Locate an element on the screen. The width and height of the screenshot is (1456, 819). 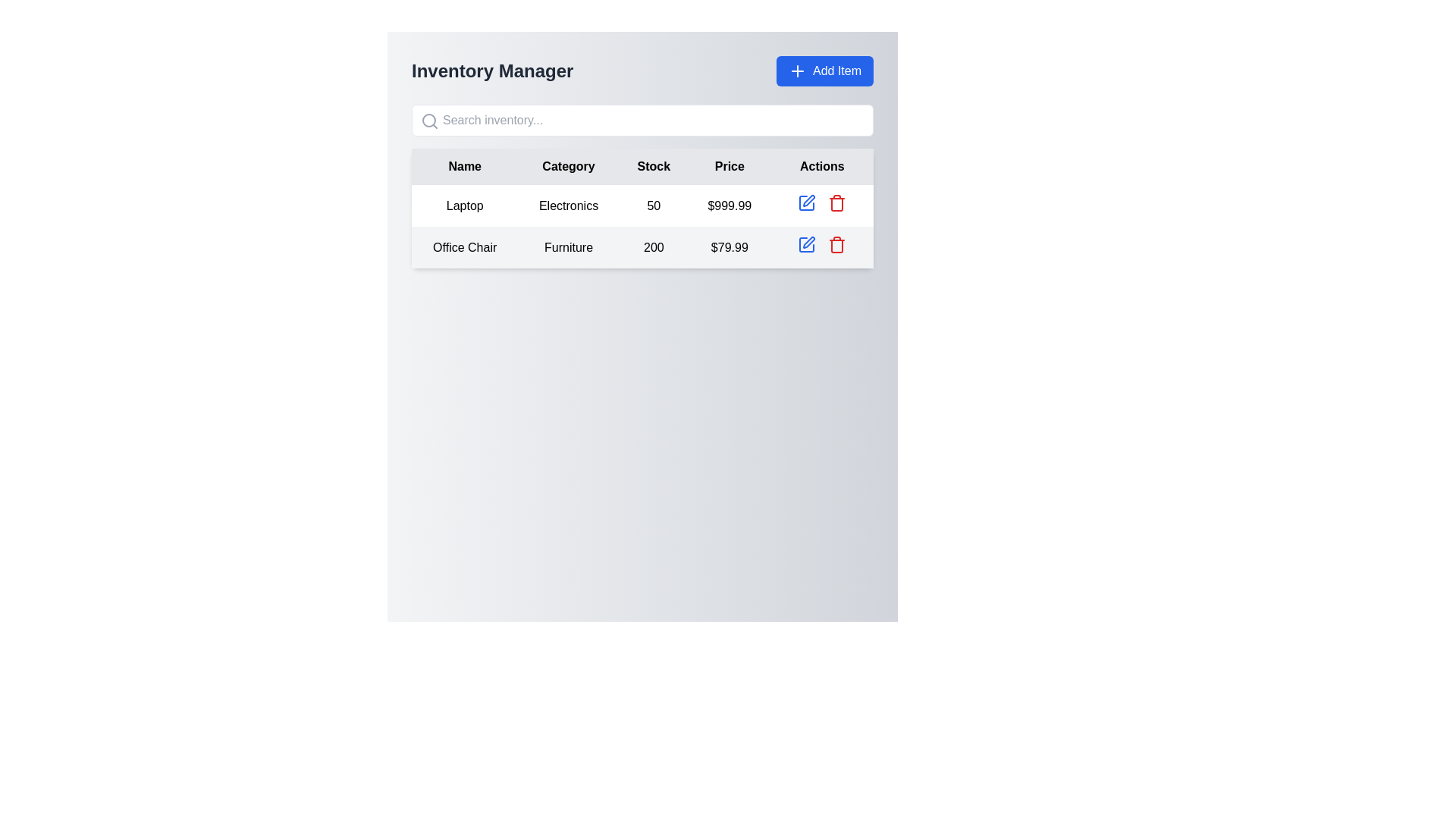
the delete button in the second row of the inventory table is located at coordinates (836, 202).